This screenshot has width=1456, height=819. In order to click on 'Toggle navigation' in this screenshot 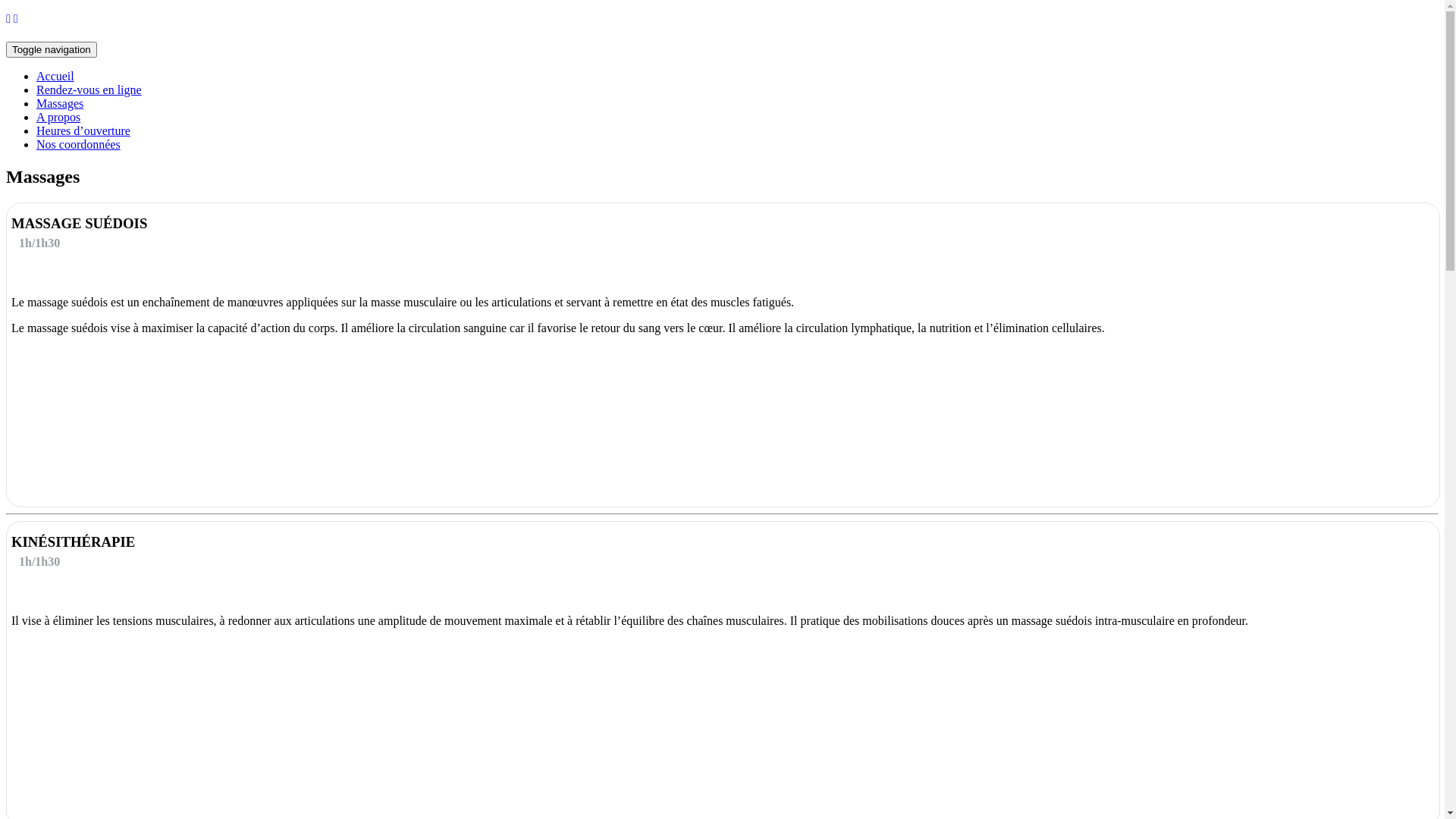, I will do `click(6, 49)`.